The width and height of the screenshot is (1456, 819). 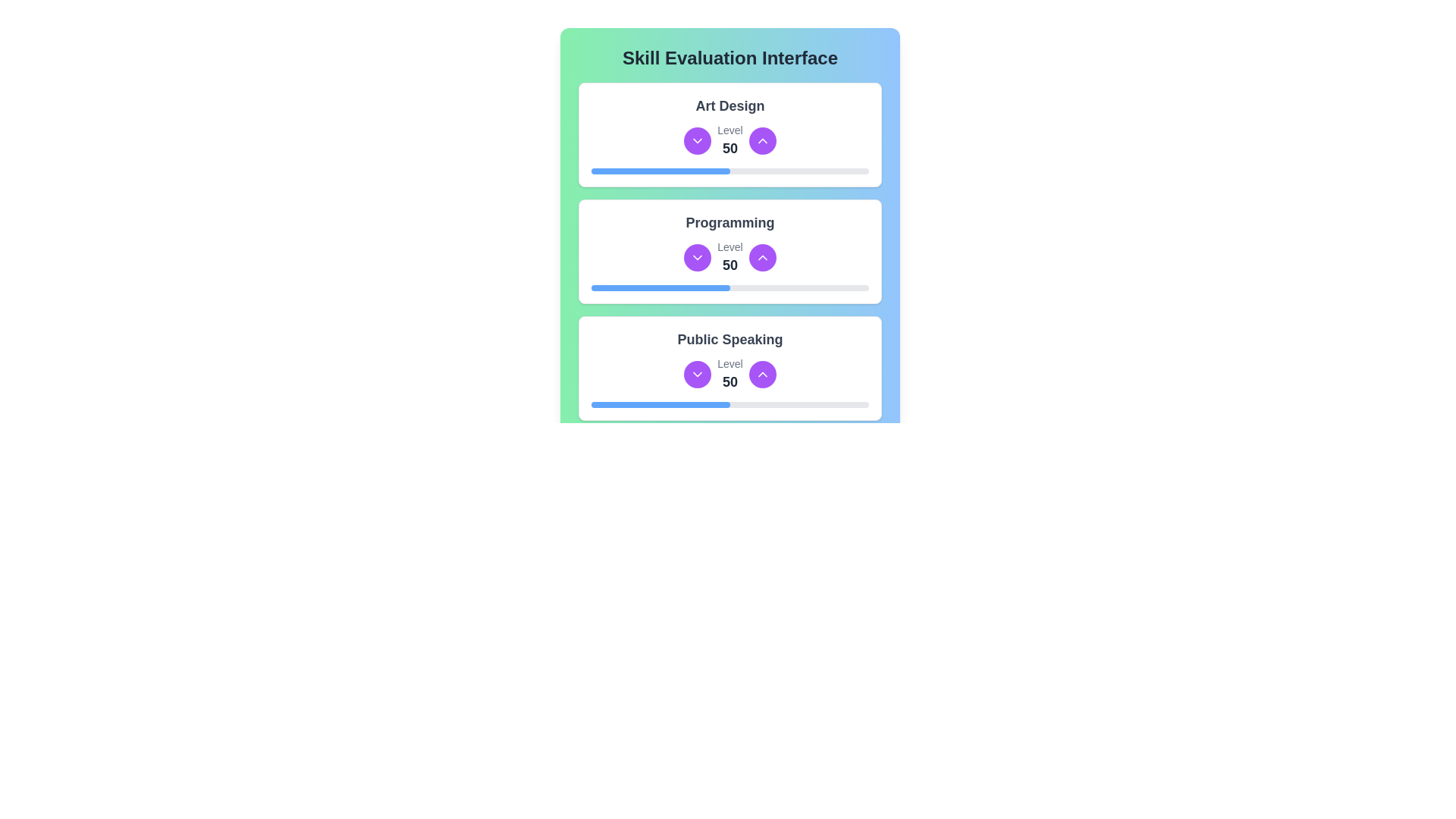 I want to click on the text label displaying 'Programming', which is a bold, dark gray label located at the top-central part of the second card in a vertical list of three cards, so click(x=730, y=222).